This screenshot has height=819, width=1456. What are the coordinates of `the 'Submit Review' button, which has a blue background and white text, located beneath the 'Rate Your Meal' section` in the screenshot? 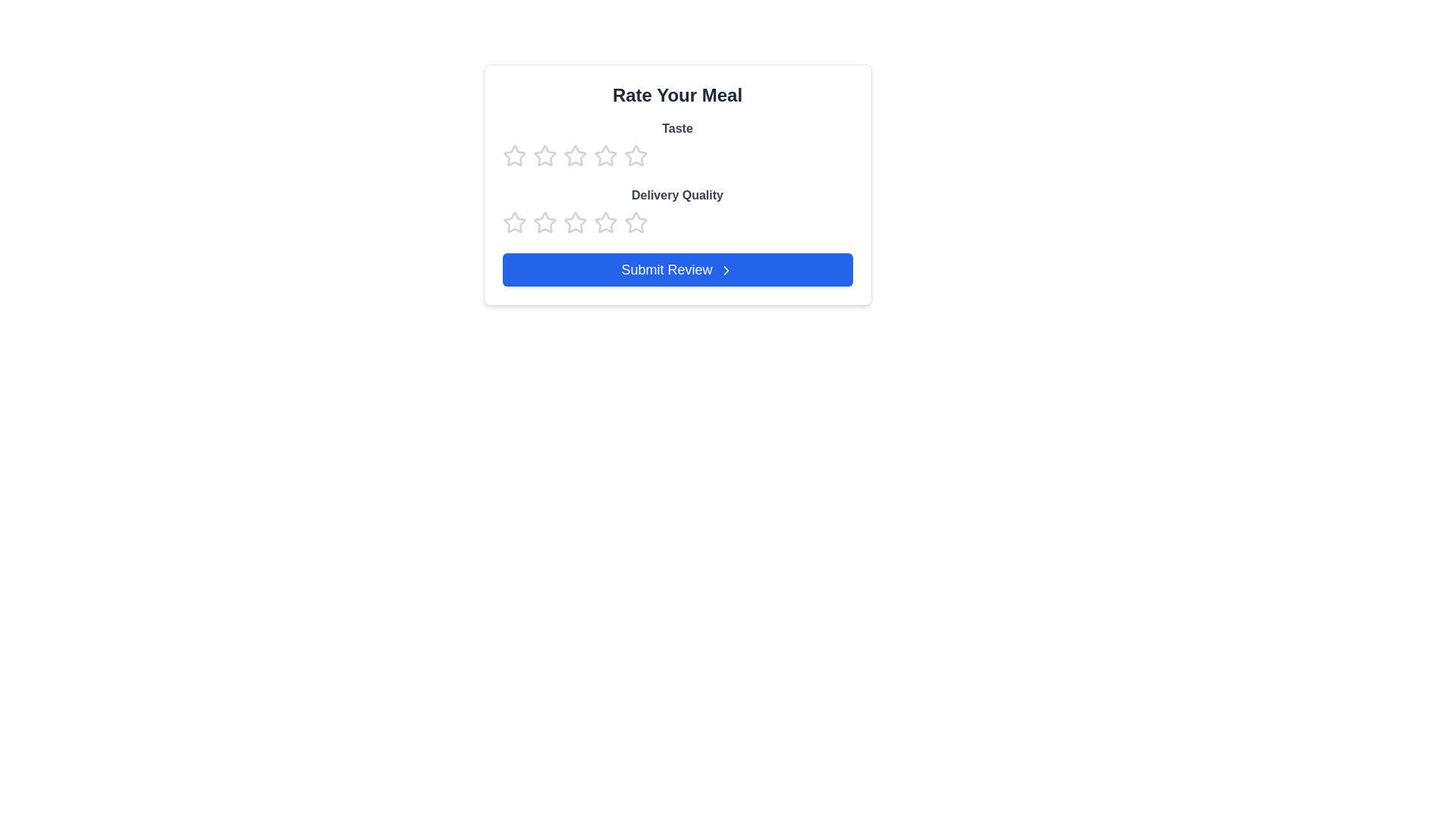 It's located at (676, 268).